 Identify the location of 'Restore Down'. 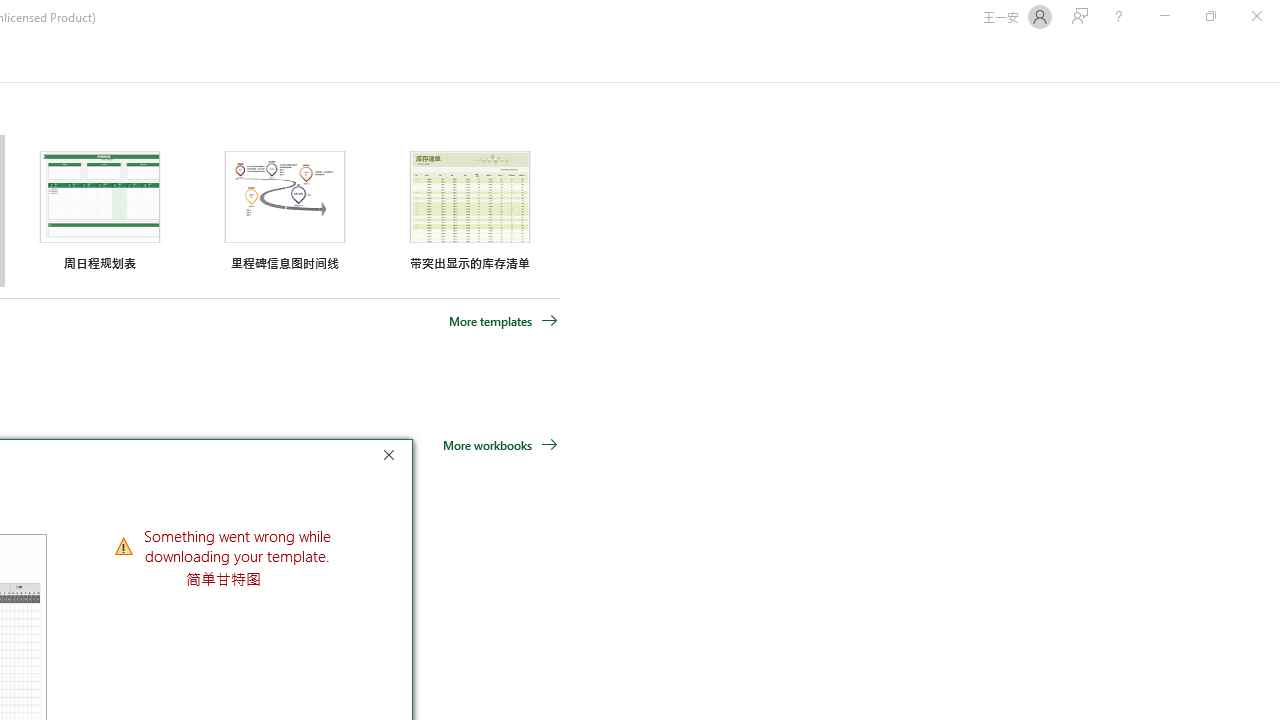
(1209, 16).